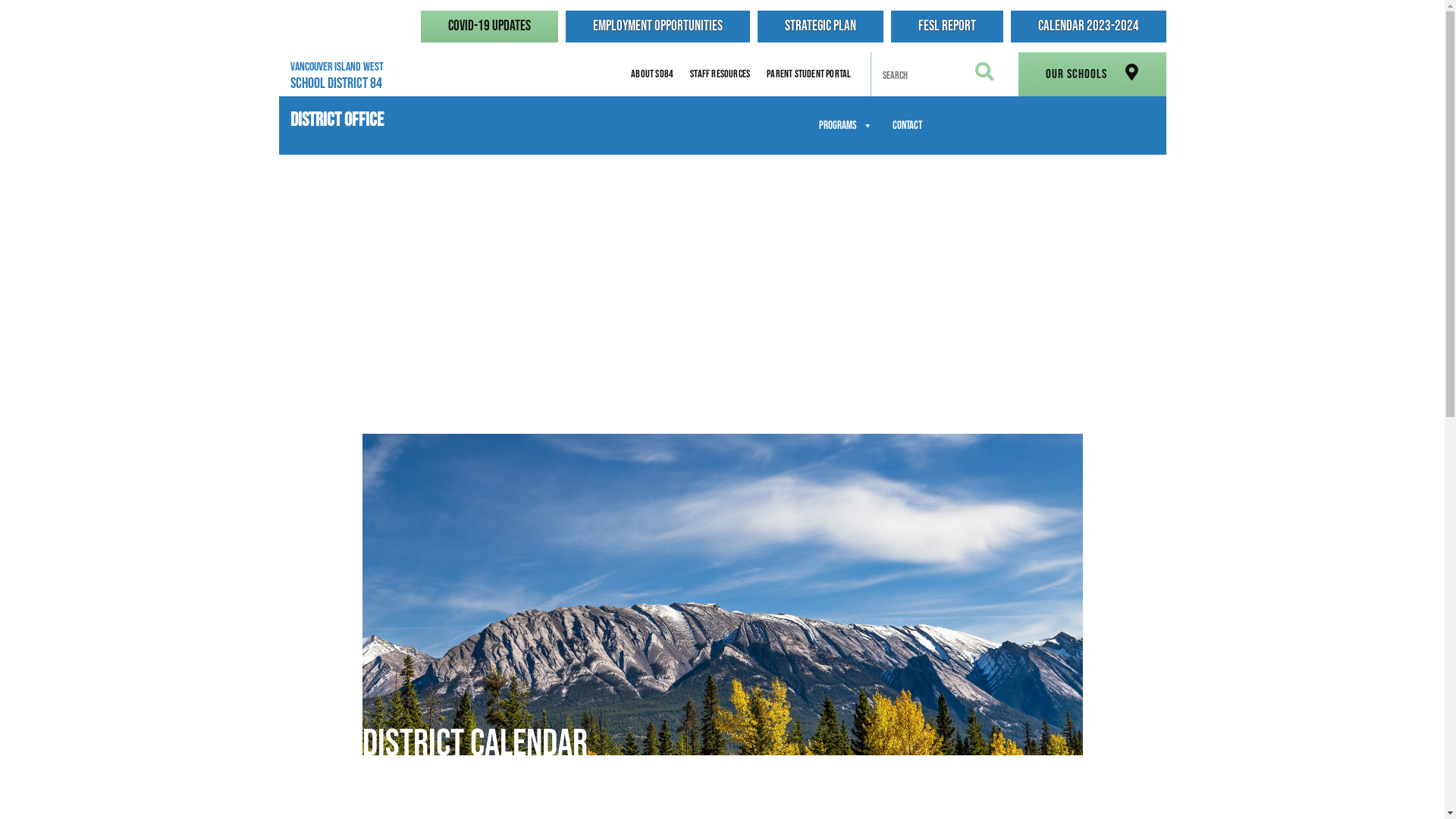  Describe the element at coordinates (946, 26) in the screenshot. I see `'FESL REPORT'` at that location.